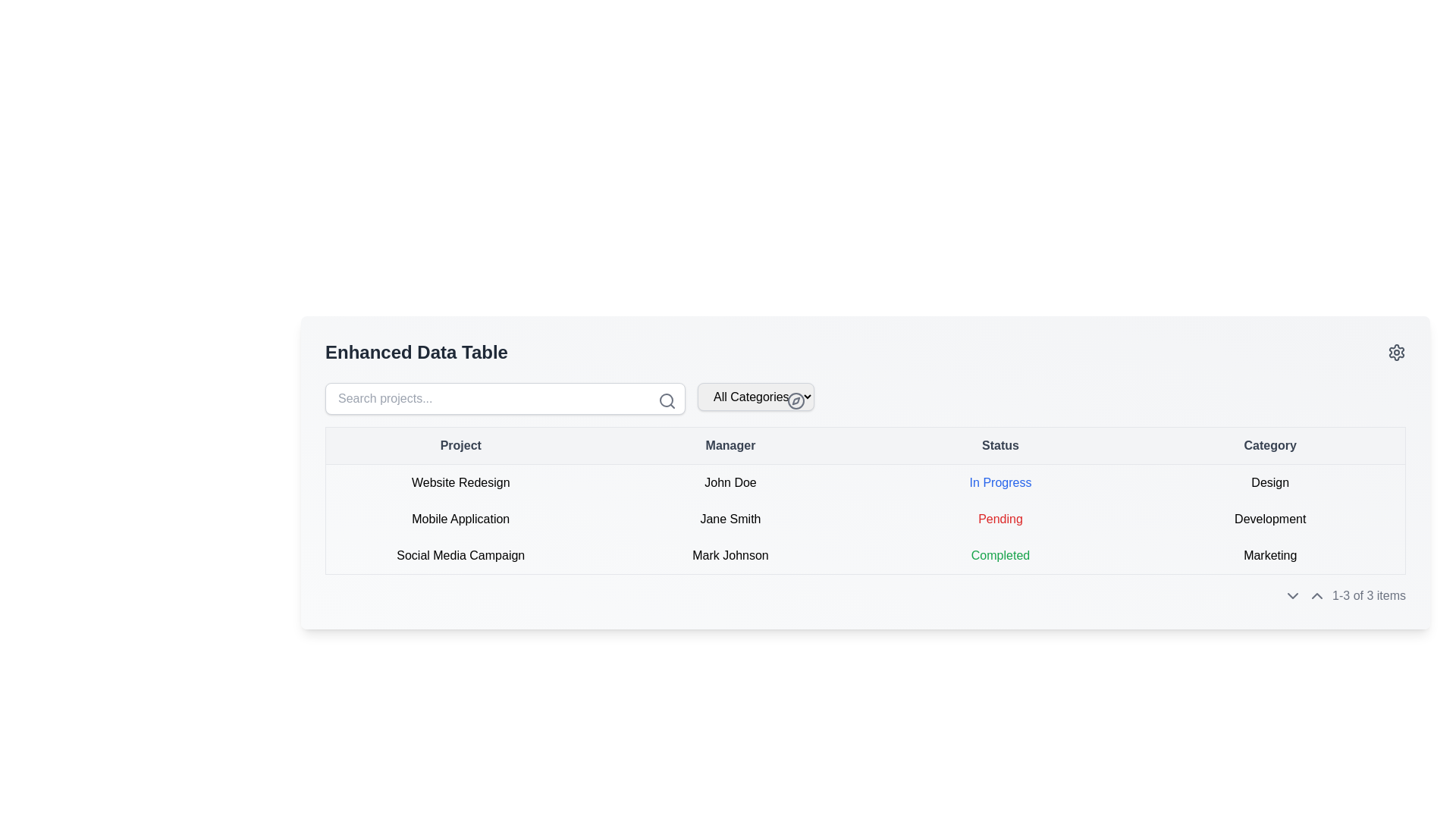 This screenshot has width=1456, height=819. I want to click on the 'Completed' status text label, which is styled in green and located in the 'Status' column of the last row for the 'Social Media Campaign' project, so click(1000, 556).